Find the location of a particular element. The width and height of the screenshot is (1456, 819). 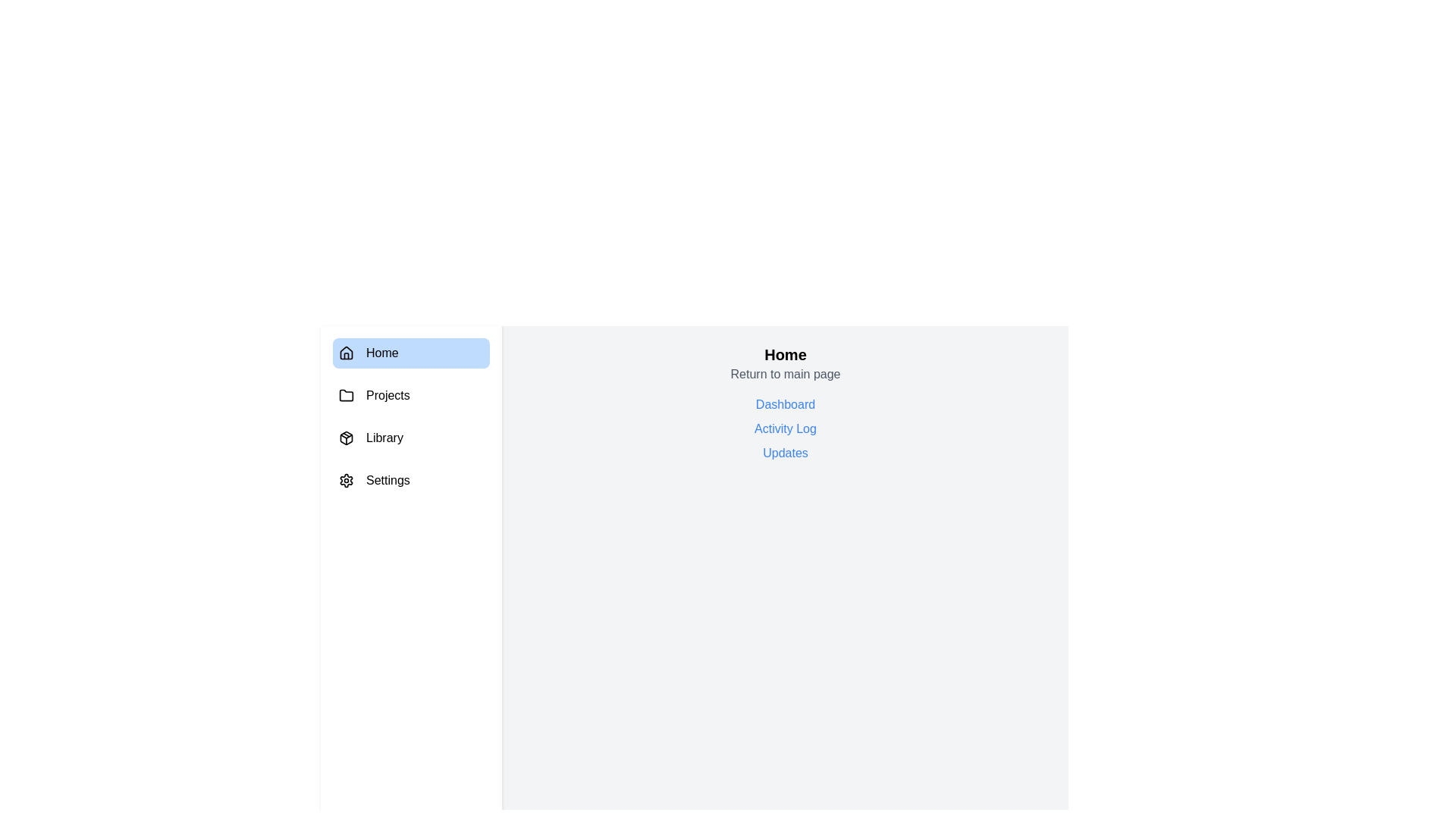

the 'Home' navigation link is located at coordinates (411, 353).